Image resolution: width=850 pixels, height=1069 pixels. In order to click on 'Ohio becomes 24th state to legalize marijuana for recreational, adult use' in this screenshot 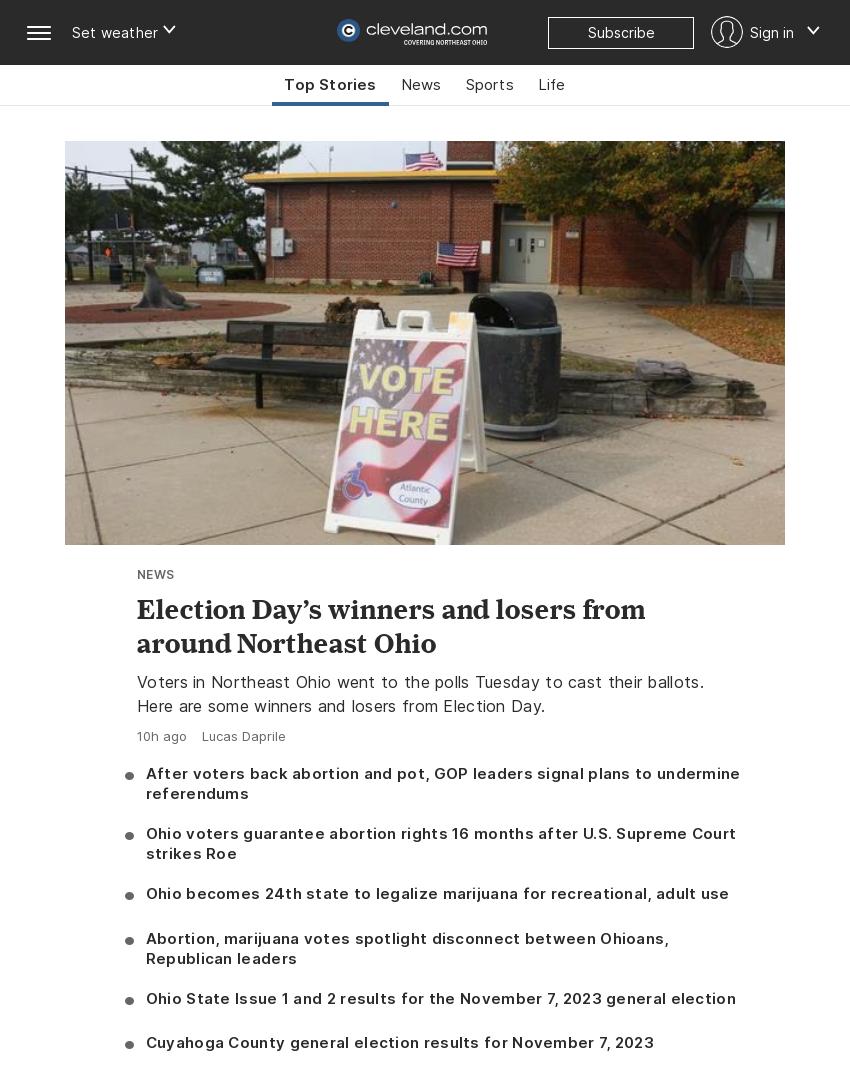, I will do `click(435, 892)`.